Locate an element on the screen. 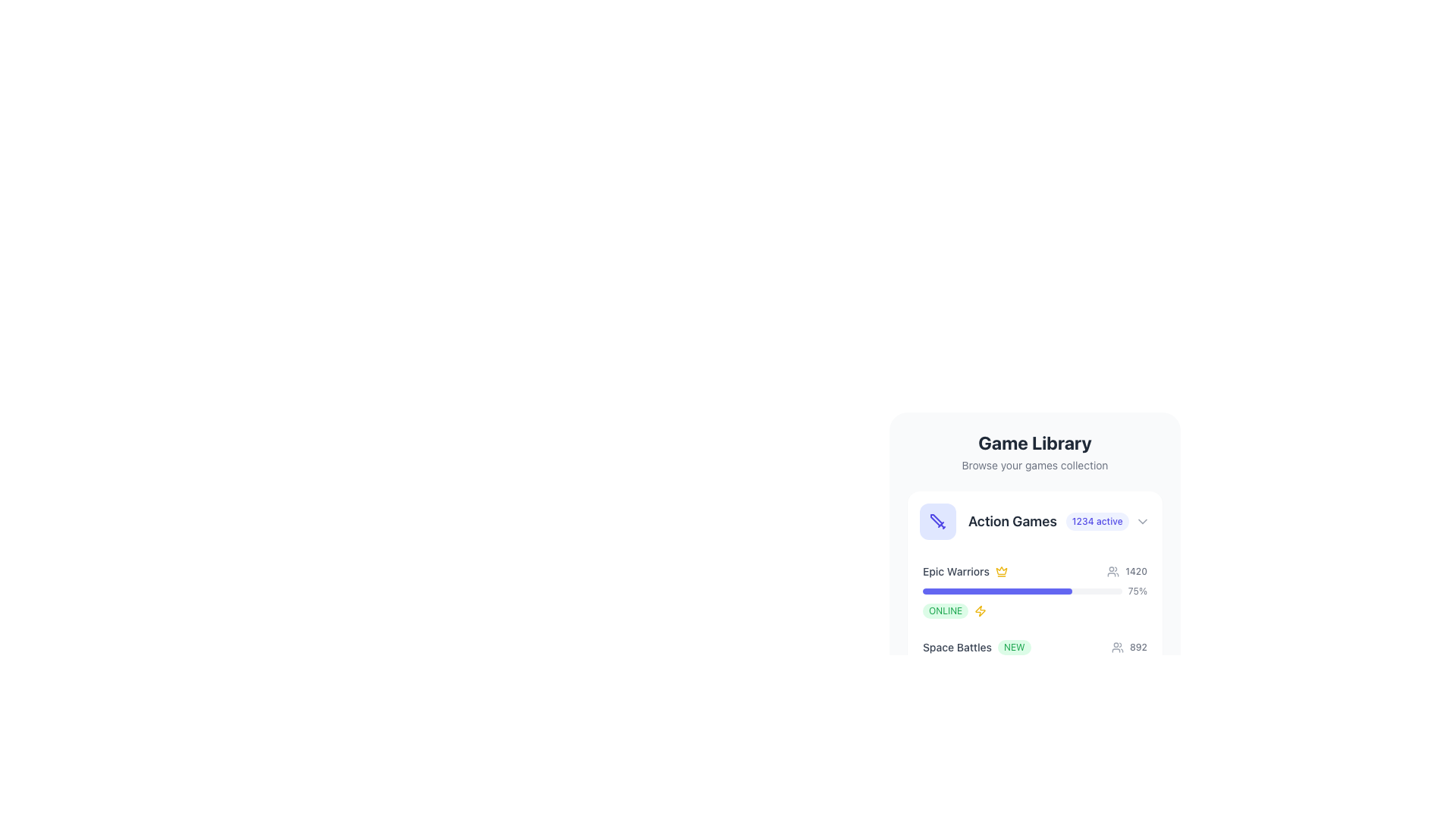 This screenshot has width=1456, height=819. label indicating new status next to 'Space Battles' in the 'Action Games' section is located at coordinates (1014, 647).